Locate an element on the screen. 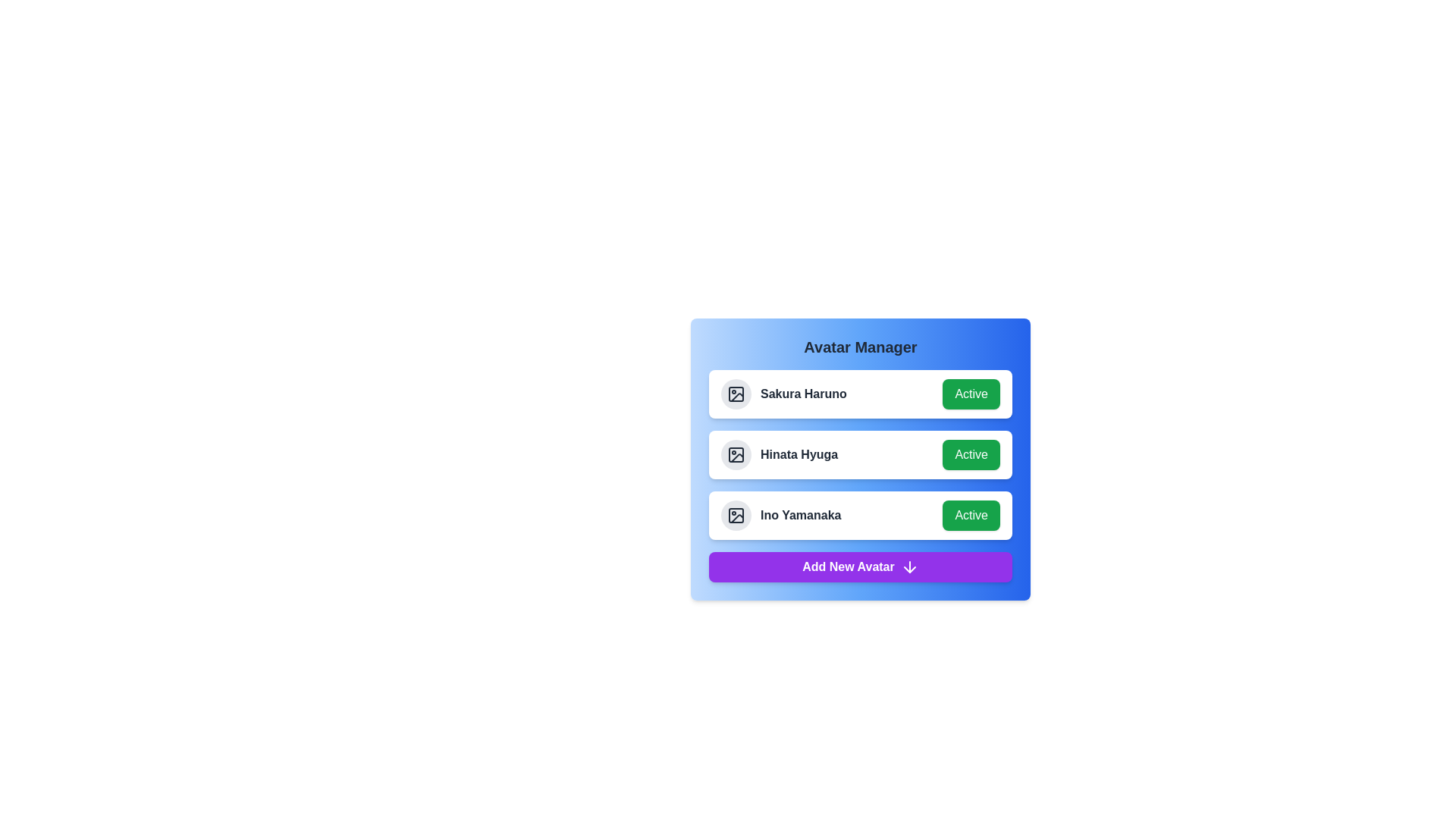 The width and height of the screenshot is (1456, 819). the text label displaying 'Hinata Hyuga' in the user list, positioned between 'Sakura Haruno' and 'Ino Yamanaka' is located at coordinates (780, 454).